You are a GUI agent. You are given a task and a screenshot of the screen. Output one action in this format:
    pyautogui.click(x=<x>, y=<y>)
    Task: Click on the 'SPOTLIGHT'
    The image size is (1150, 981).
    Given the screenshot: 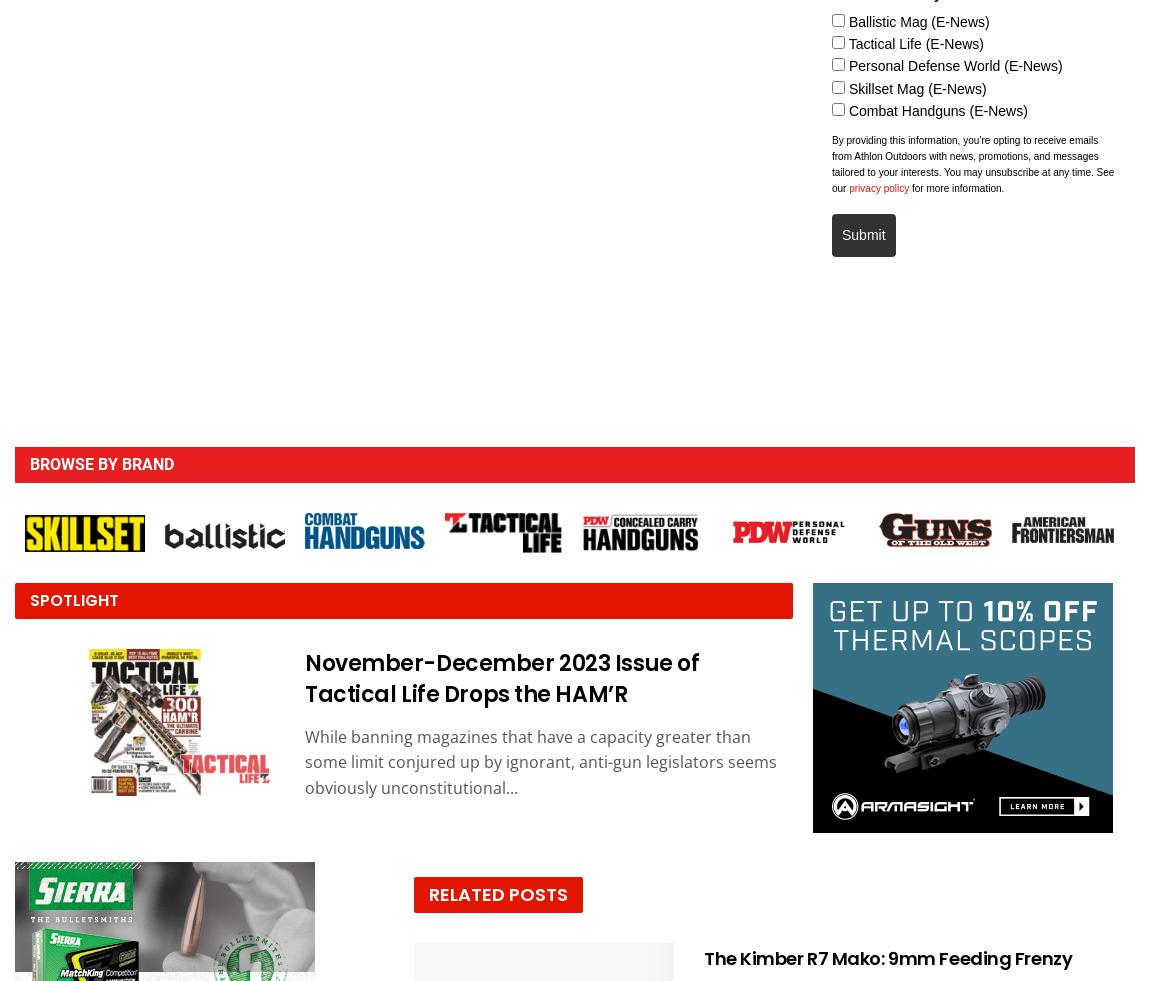 What is the action you would take?
    pyautogui.click(x=73, y=600)
    